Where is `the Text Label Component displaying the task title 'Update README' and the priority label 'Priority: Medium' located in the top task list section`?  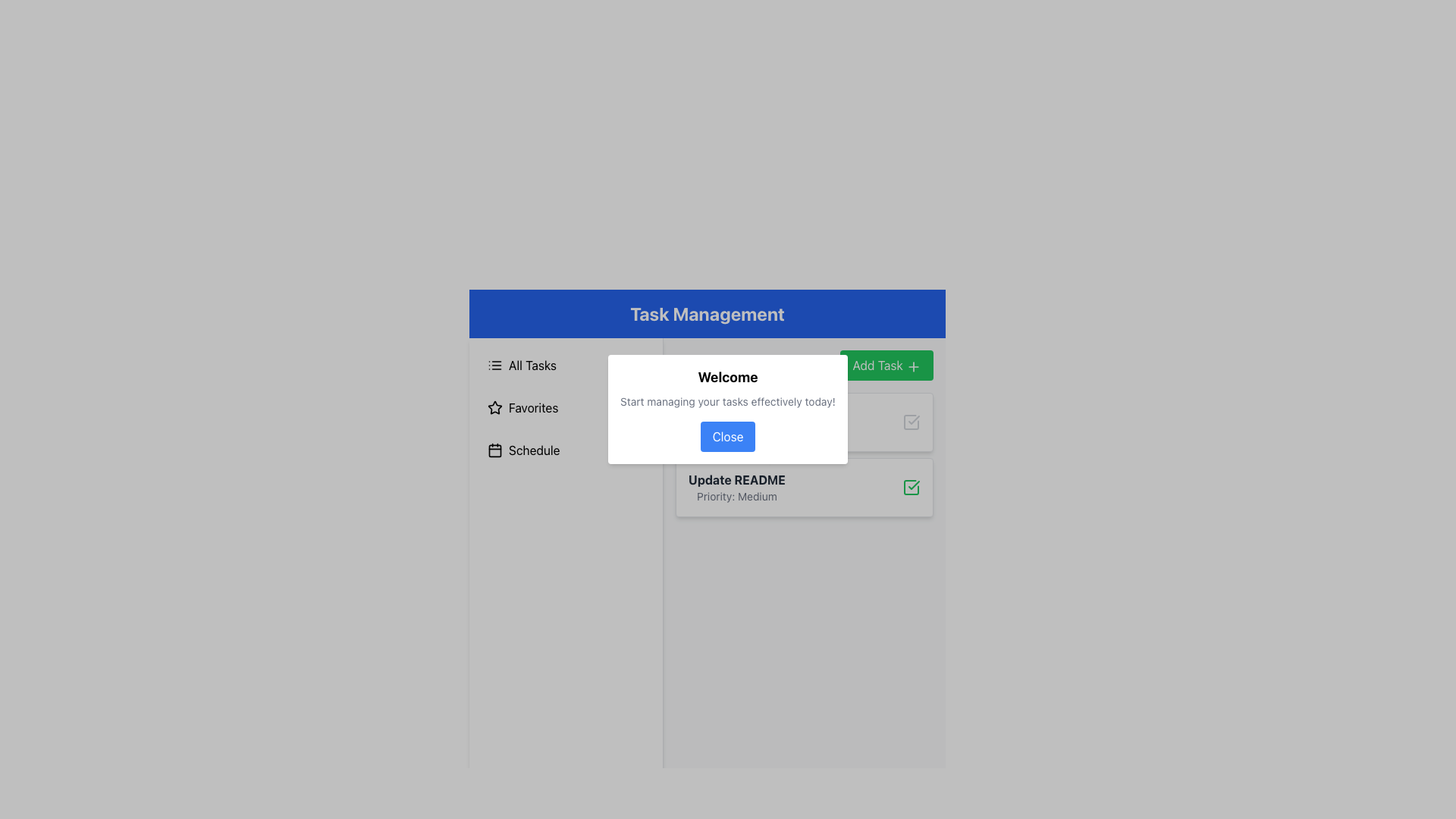
the Text Label Component displaying the task title 'Update README' and the priority label 'Priority: Medium' located in the top task list section is located at coordinates (736, 488).